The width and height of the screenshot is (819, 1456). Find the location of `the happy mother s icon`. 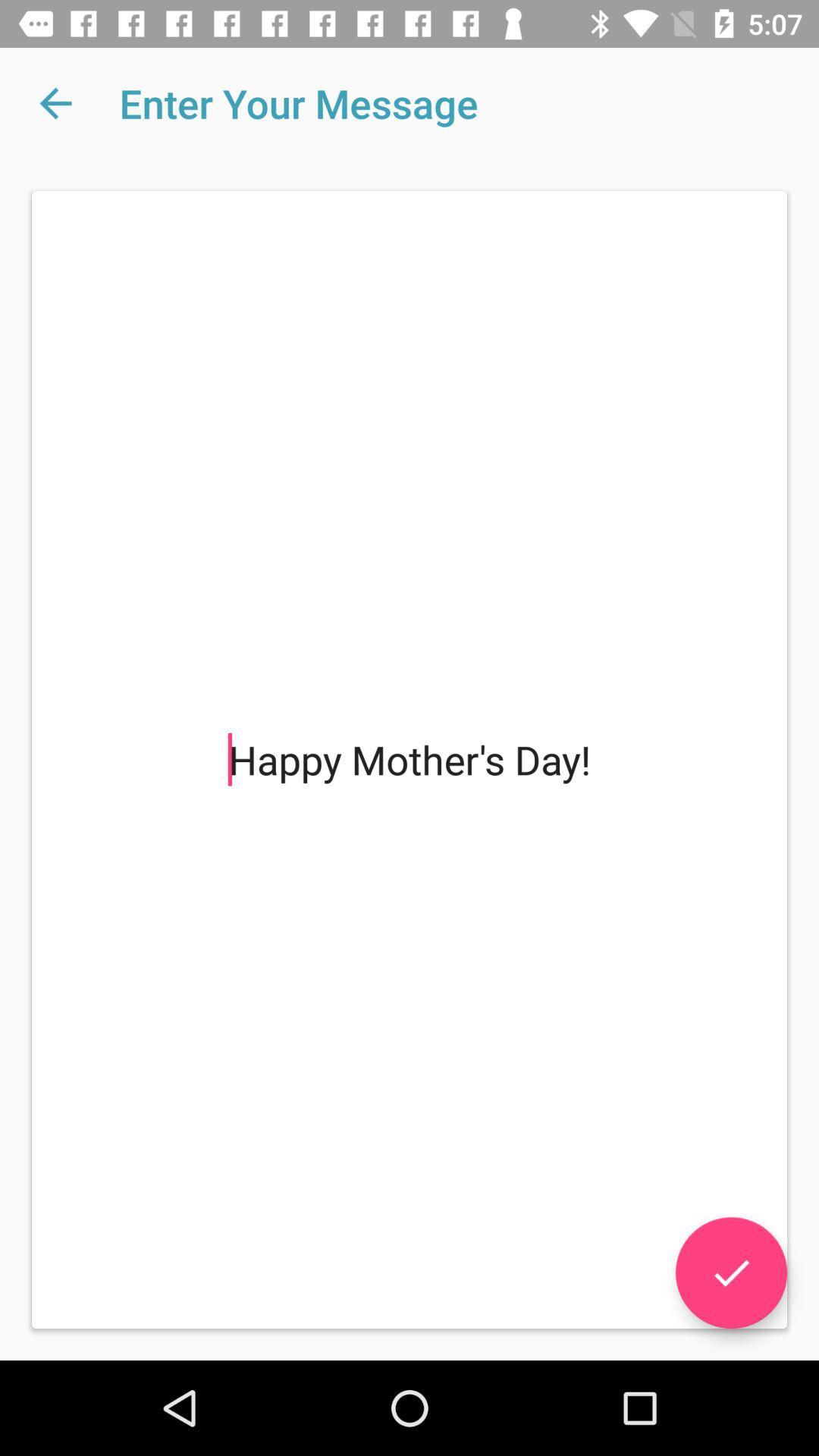

the happy mother s icon is located at coordinates (409, 760).